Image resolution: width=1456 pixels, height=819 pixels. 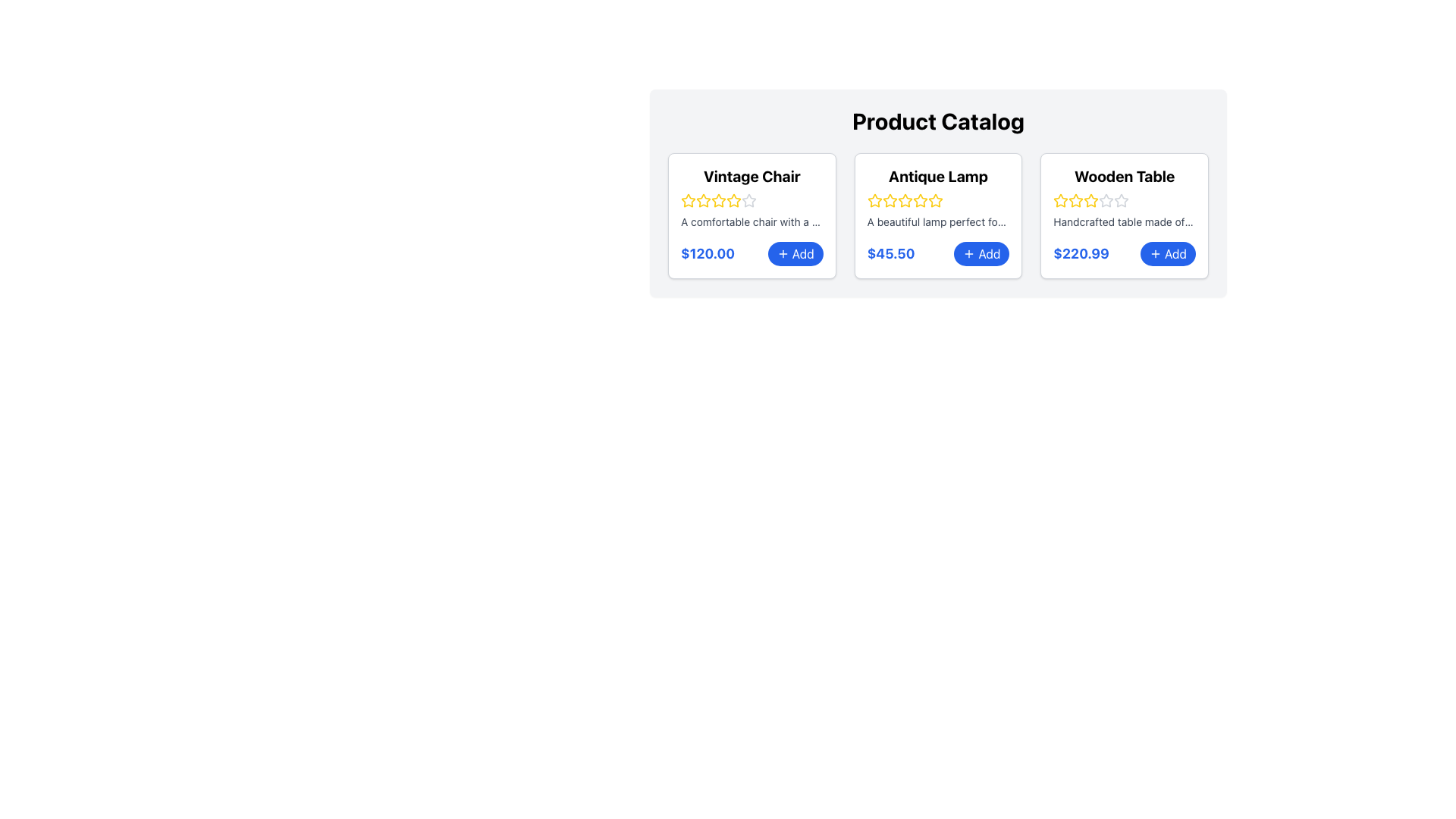 I want to click on the third yellow star in the rating component for the 'Antique Lamp' product, so click(x=934, y=199).